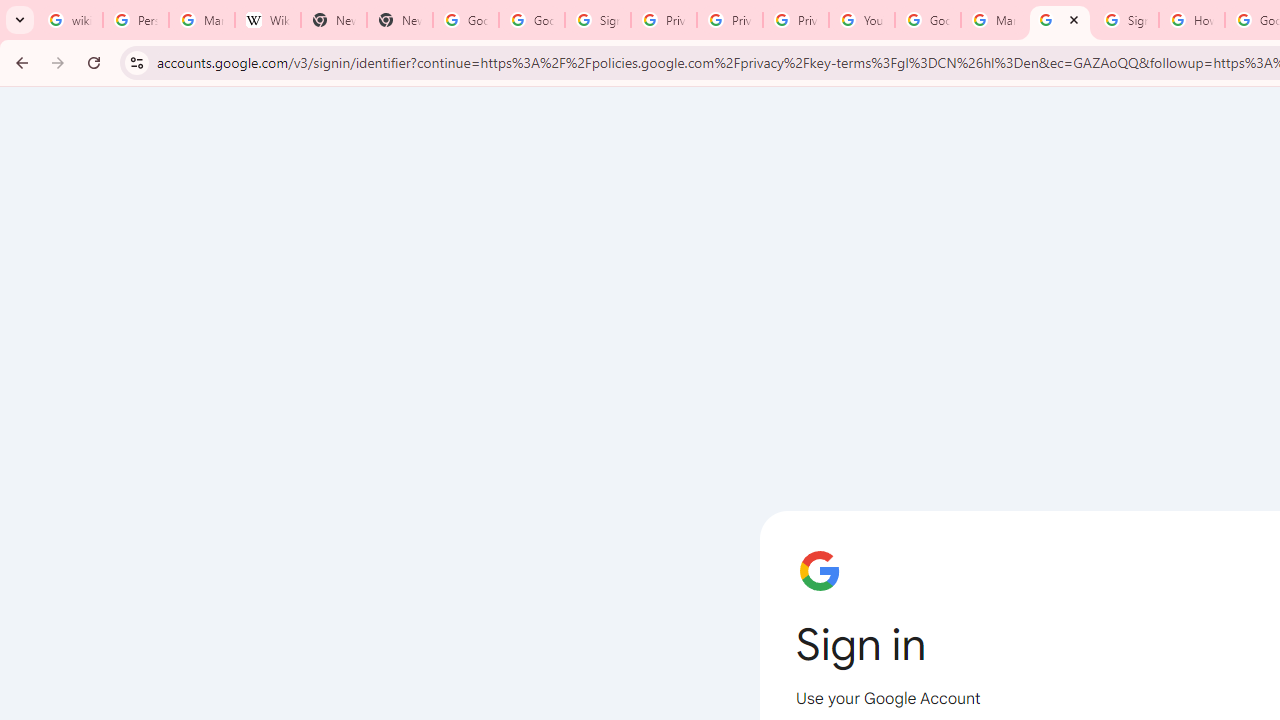 The width and height of the screenshot is (1280, 720). What do you see at coordinates (400, 20) in the screenshot?
I see `'New Tab'` at bounding box center [400, 20].